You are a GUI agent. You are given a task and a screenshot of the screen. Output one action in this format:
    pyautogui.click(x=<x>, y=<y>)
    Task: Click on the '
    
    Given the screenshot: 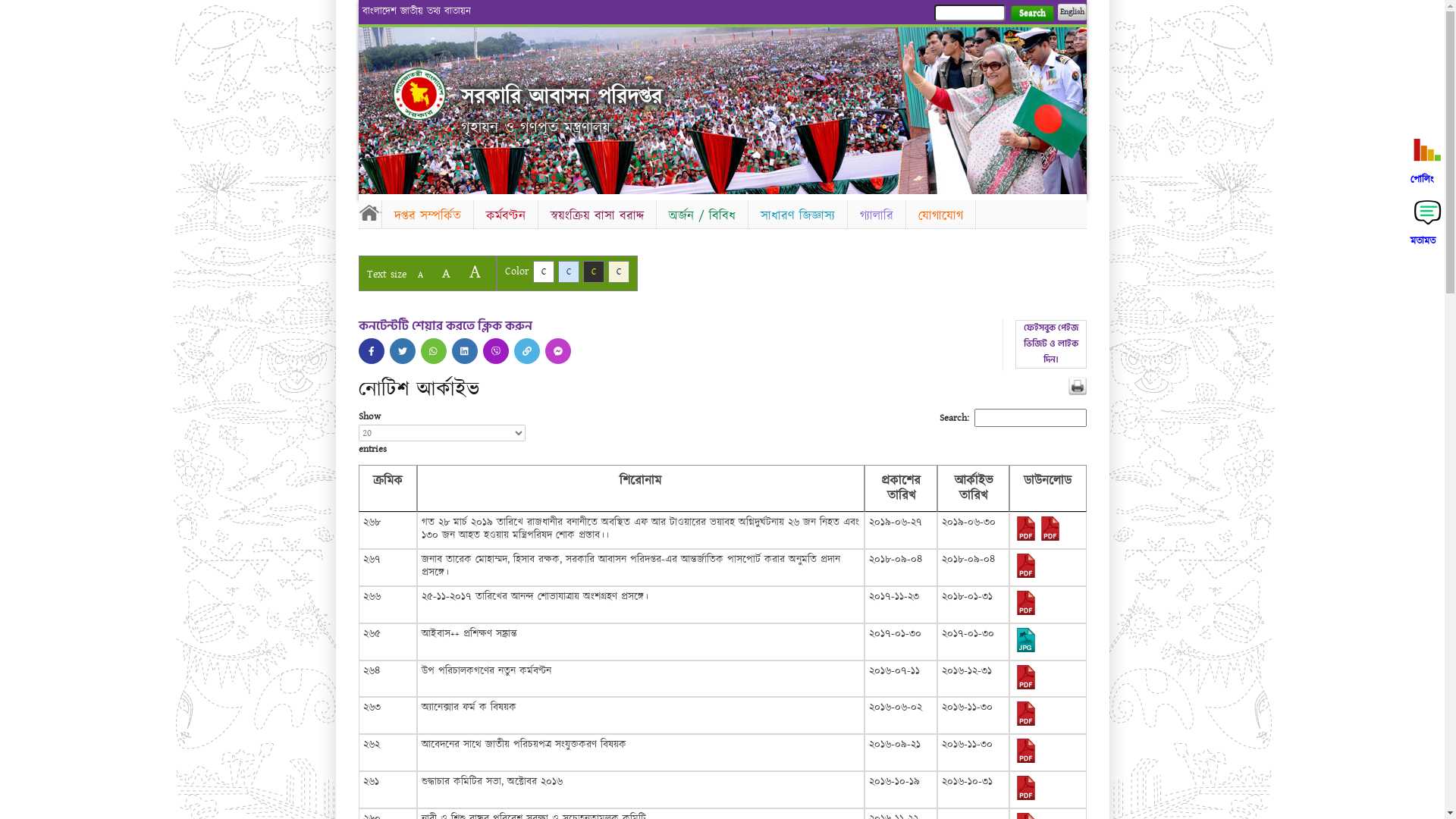 What is the action you would take?
    pyautogui.click(x=464, y=350)
    